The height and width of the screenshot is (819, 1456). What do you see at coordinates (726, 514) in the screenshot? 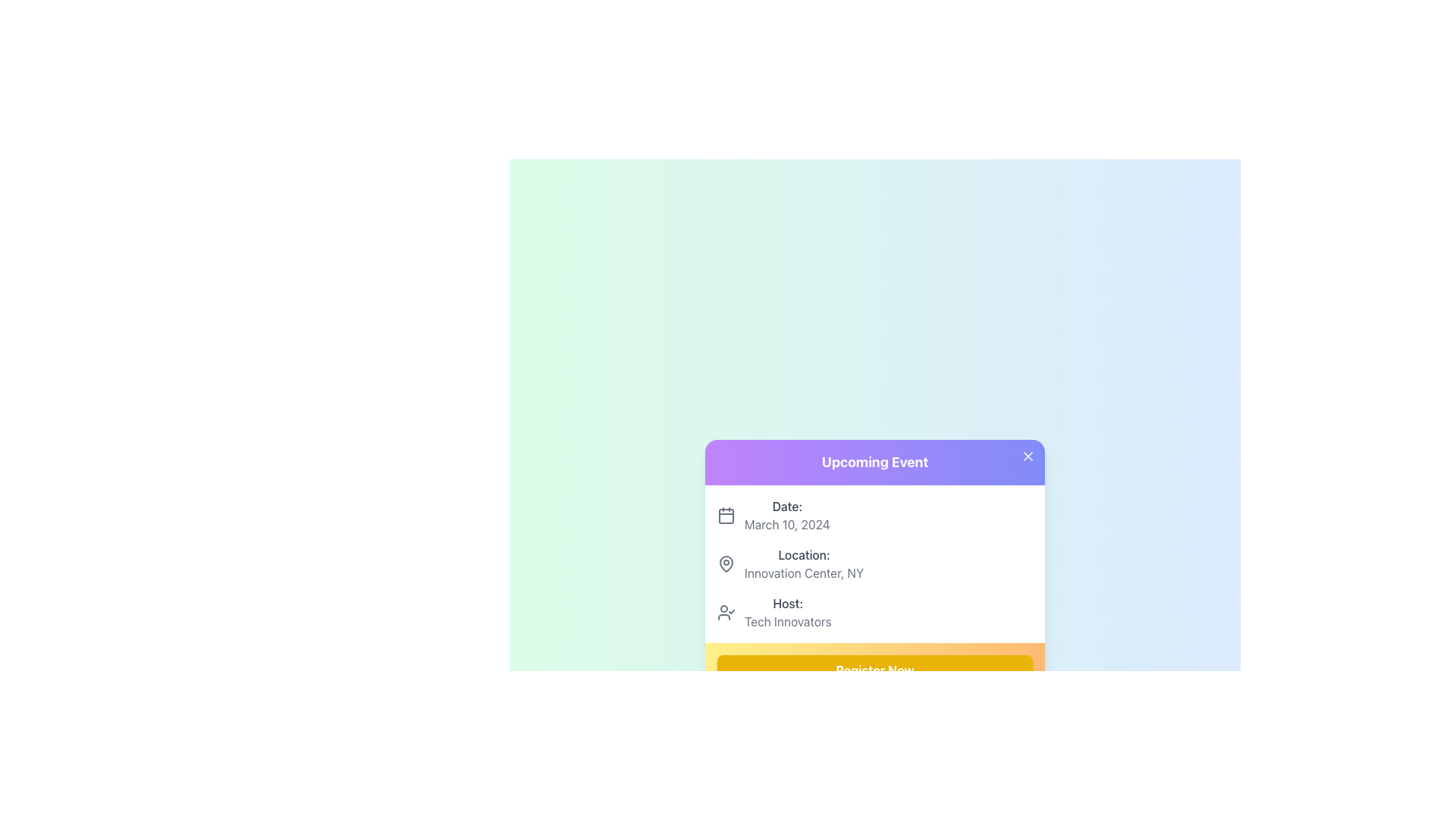
I see `the calendar icon, which has a simple outline design and is located to the left of the label 'Date: March 10, 2024'` at bounding box center [726, 514].